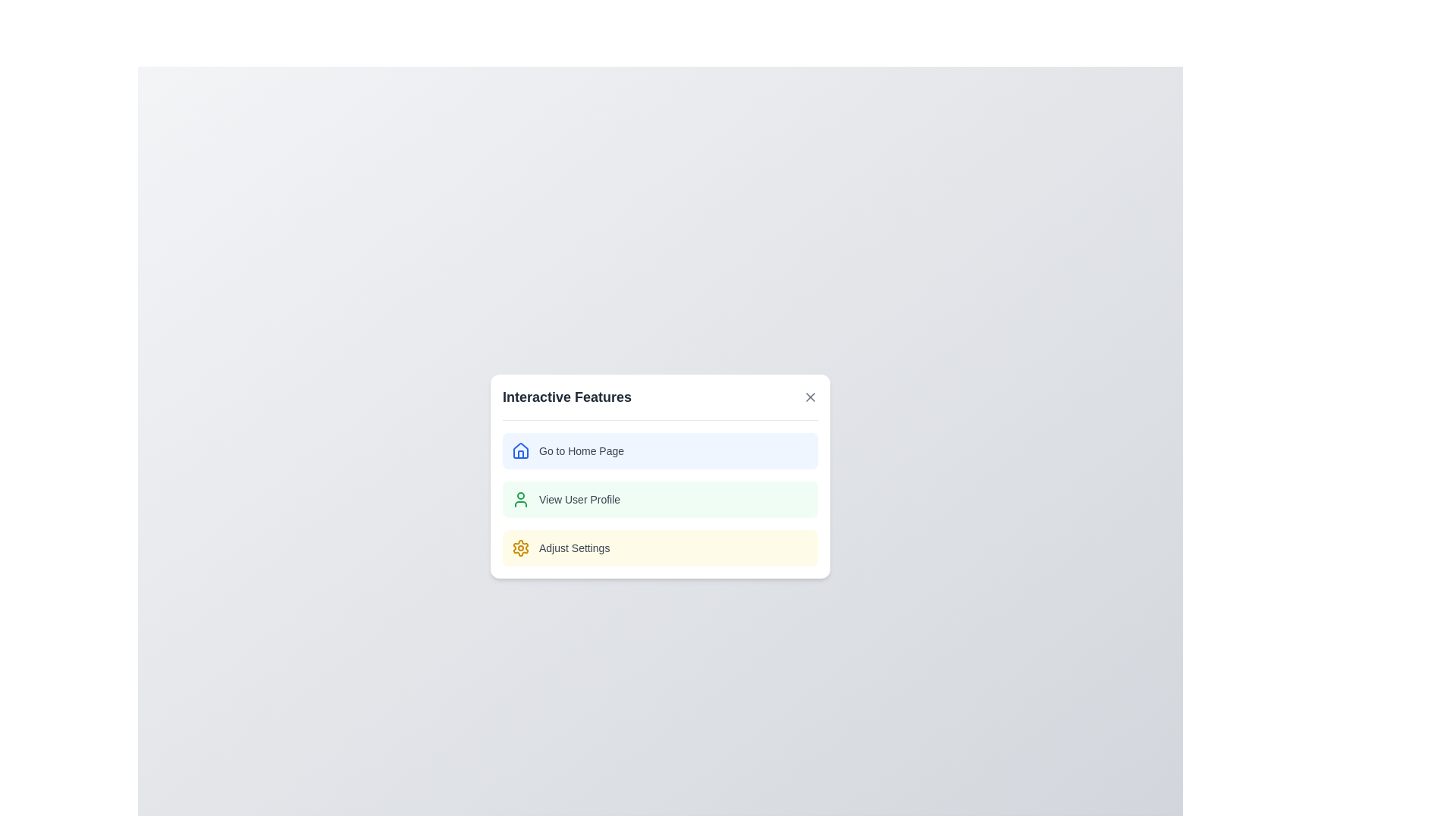 This screenshot has width=1456, height=819. What do you see at coordinates (520, 547) in the screenshot?
I see `the settings icon located in the third row, to the left of the 'Adjust Settings' label, within the yellow-highlighted background` at bounding box center [520, 547].